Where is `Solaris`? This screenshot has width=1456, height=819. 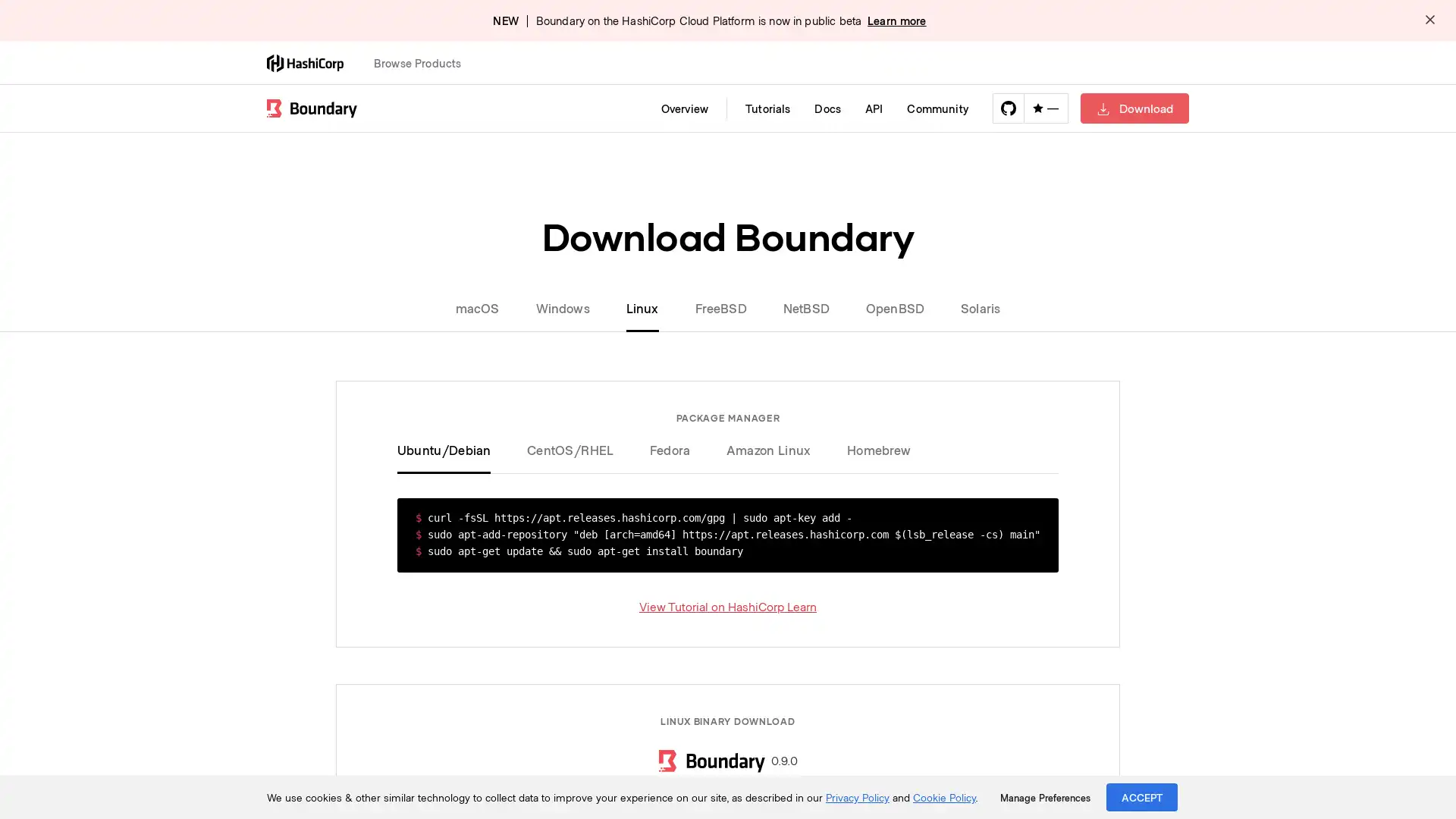 Solaris is located at coordinates (971, 307).